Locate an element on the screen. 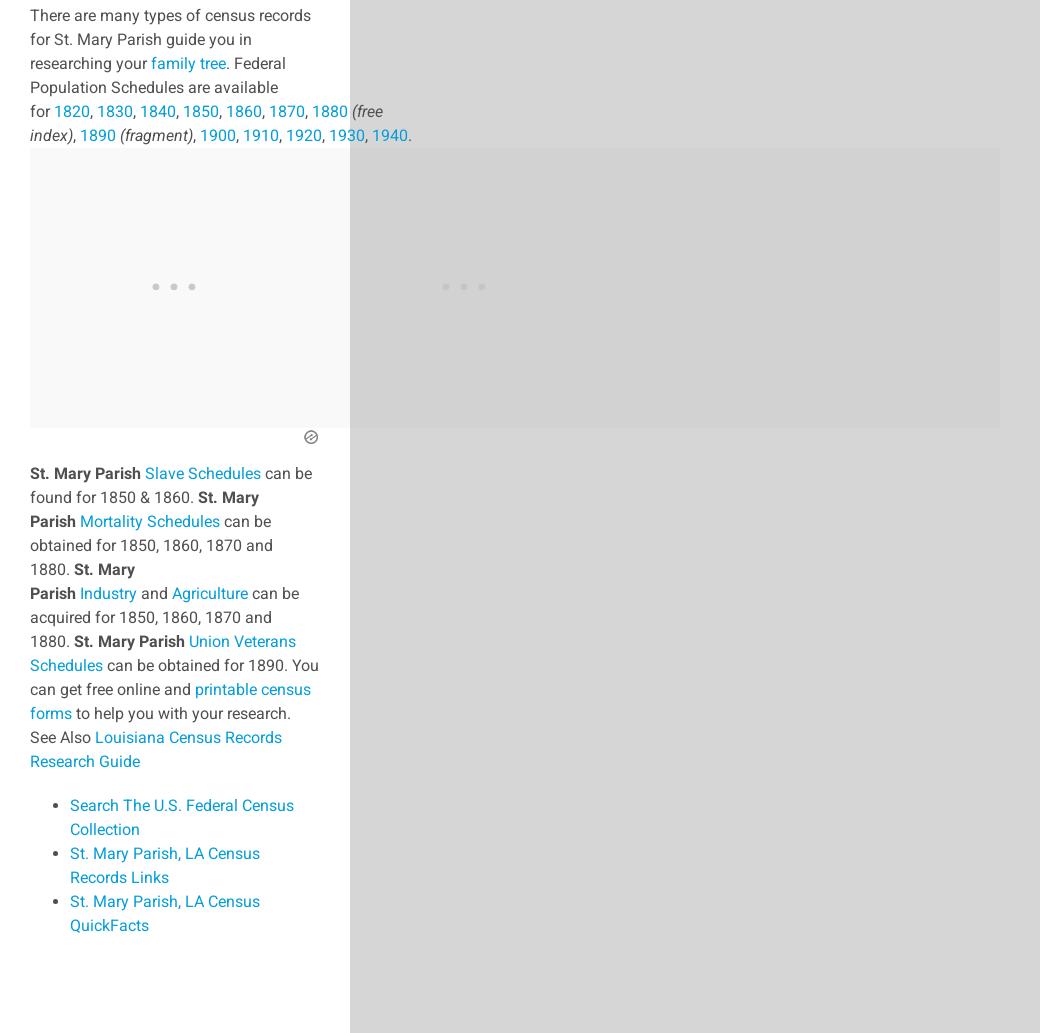 This screenshot has width=1040, height=1033. 'Union Veterans Schedules' is located at coordinates (162, 651).